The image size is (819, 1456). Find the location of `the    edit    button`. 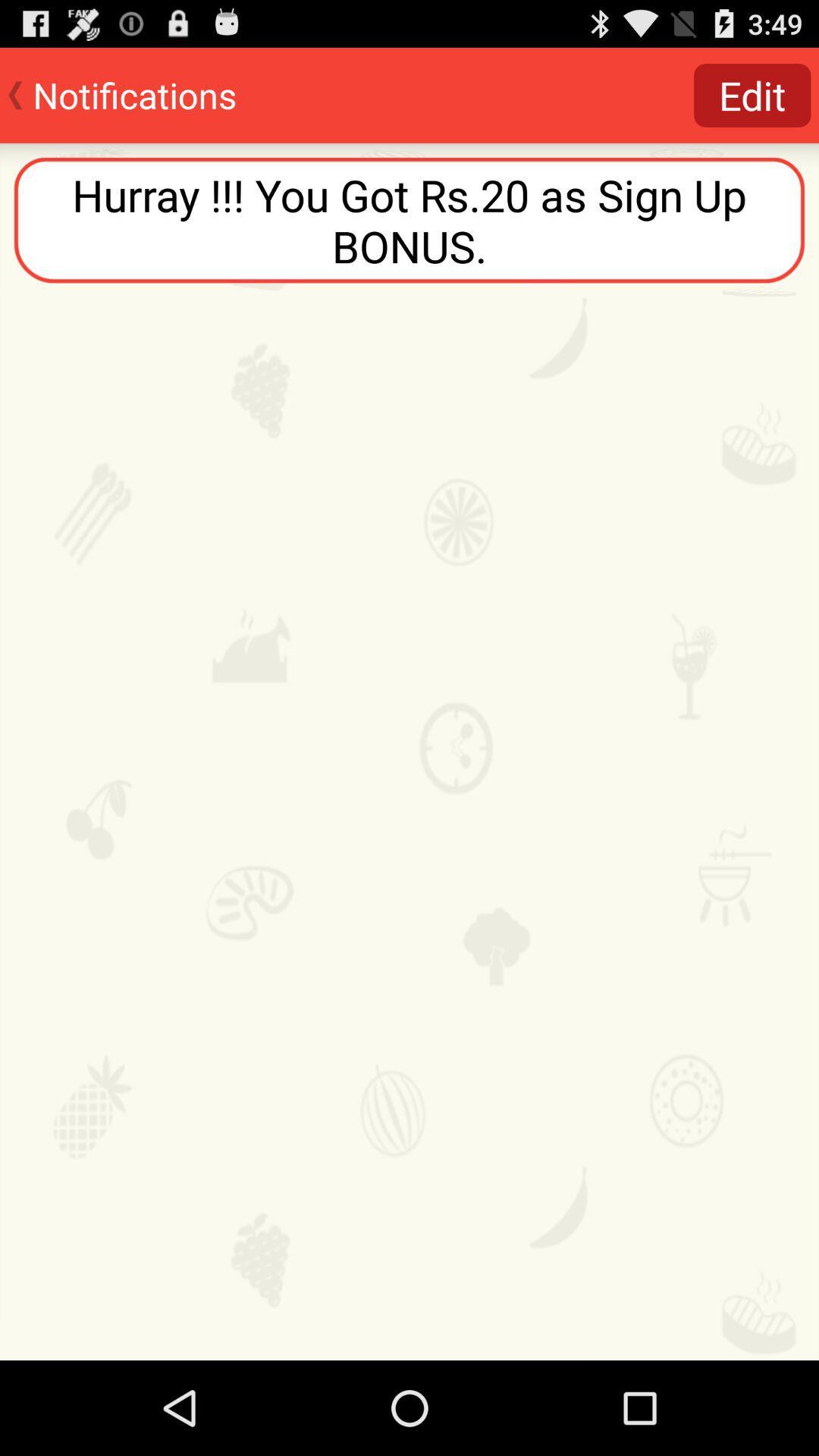

the    edit    button is located at coordinates (752, 94).